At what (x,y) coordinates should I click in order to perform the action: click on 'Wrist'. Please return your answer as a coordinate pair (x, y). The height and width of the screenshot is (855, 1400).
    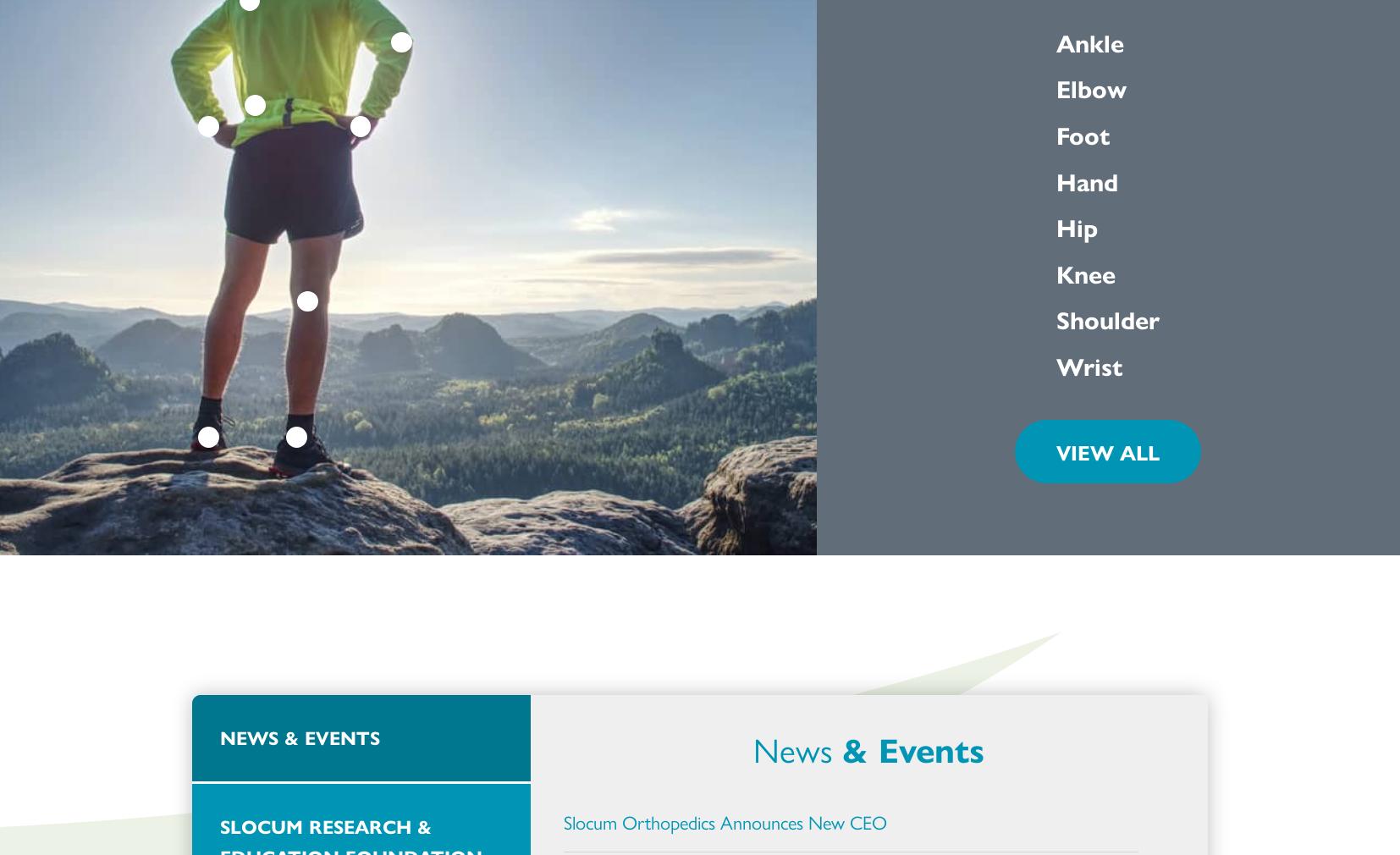
    Looking at the image, I should click on (1089, 364).